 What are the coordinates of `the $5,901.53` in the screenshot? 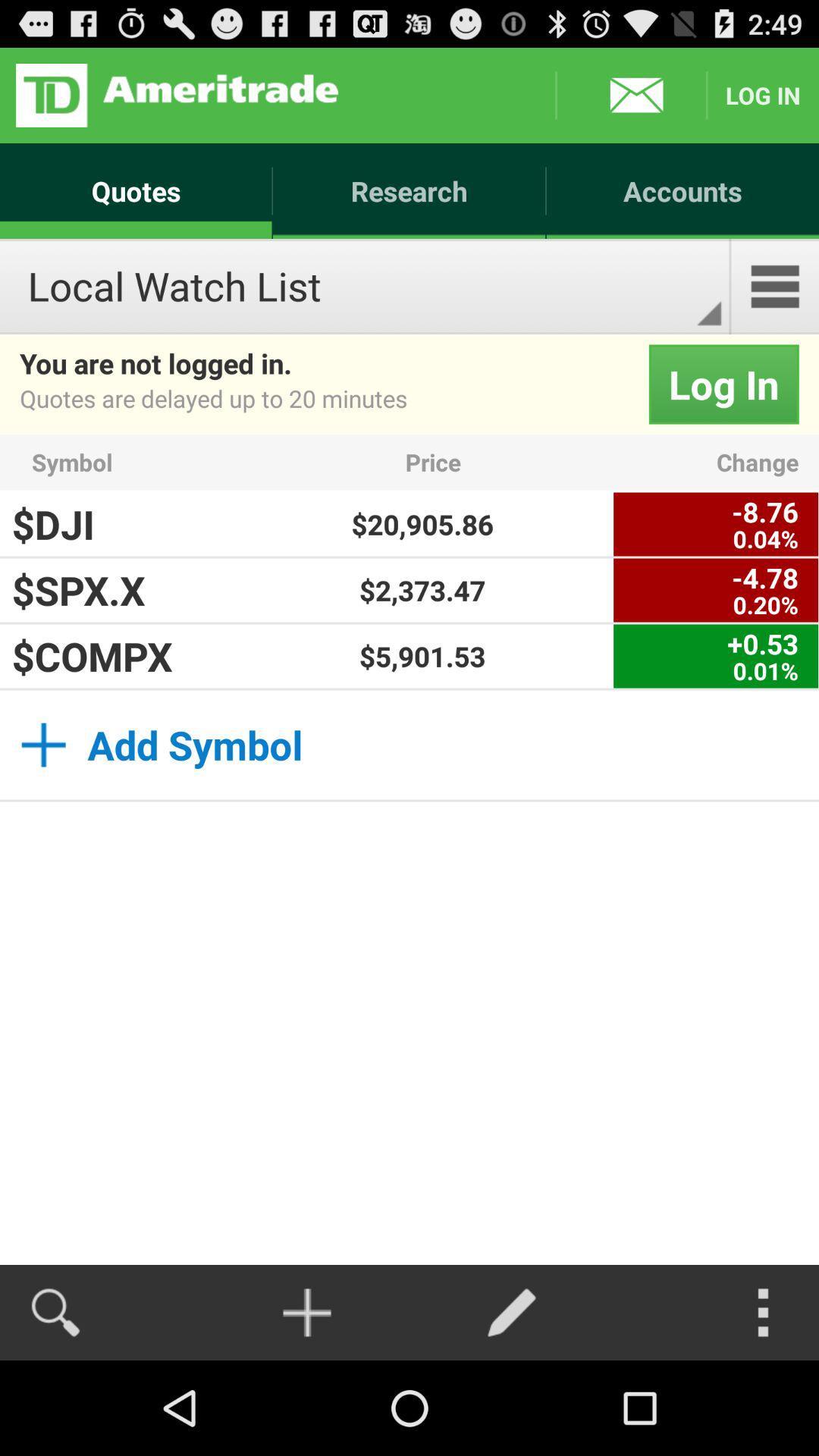 It's located at (422, 656).